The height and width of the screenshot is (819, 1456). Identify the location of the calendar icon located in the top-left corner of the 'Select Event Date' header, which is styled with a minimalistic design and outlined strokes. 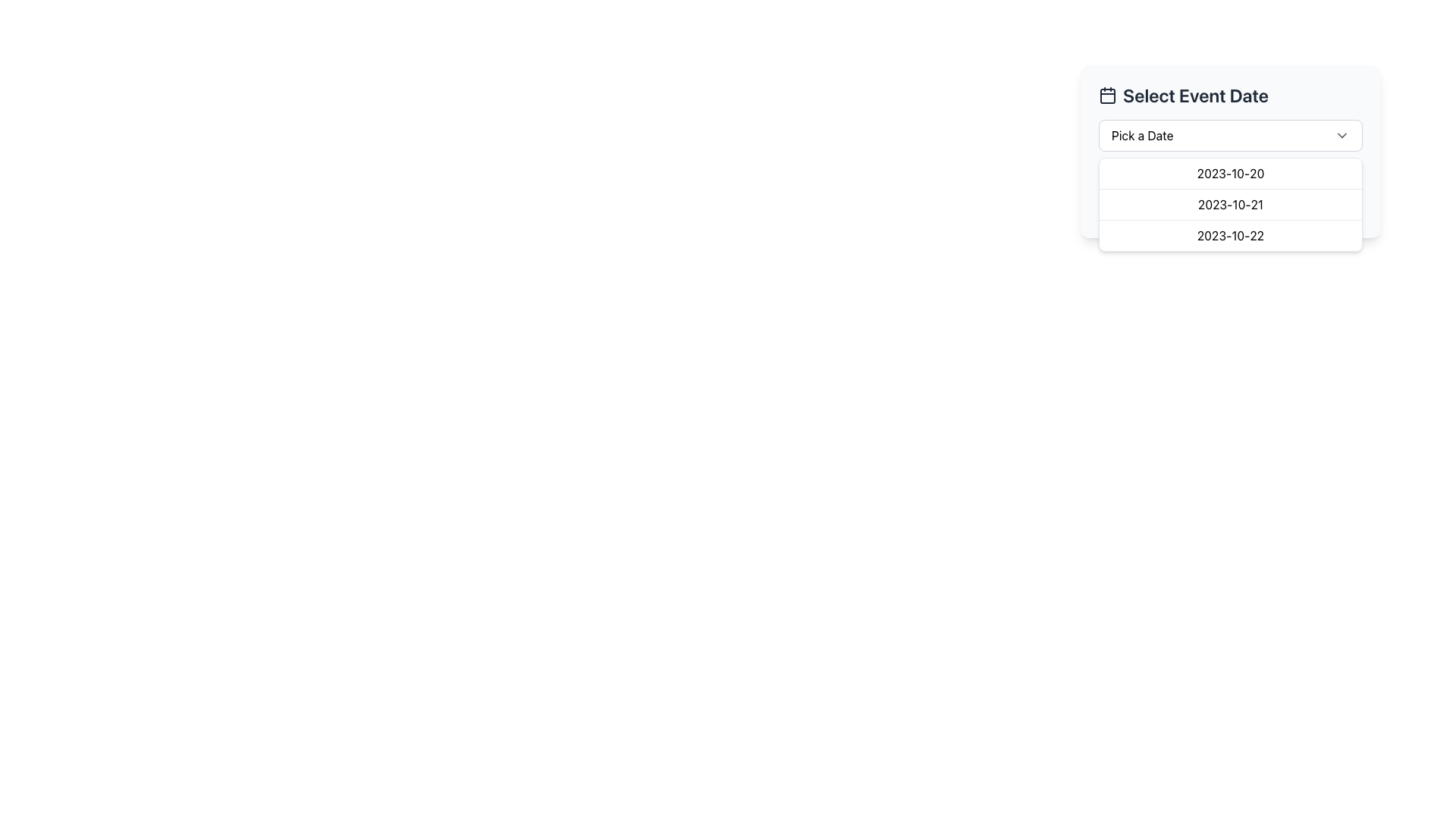
(1107, 96).